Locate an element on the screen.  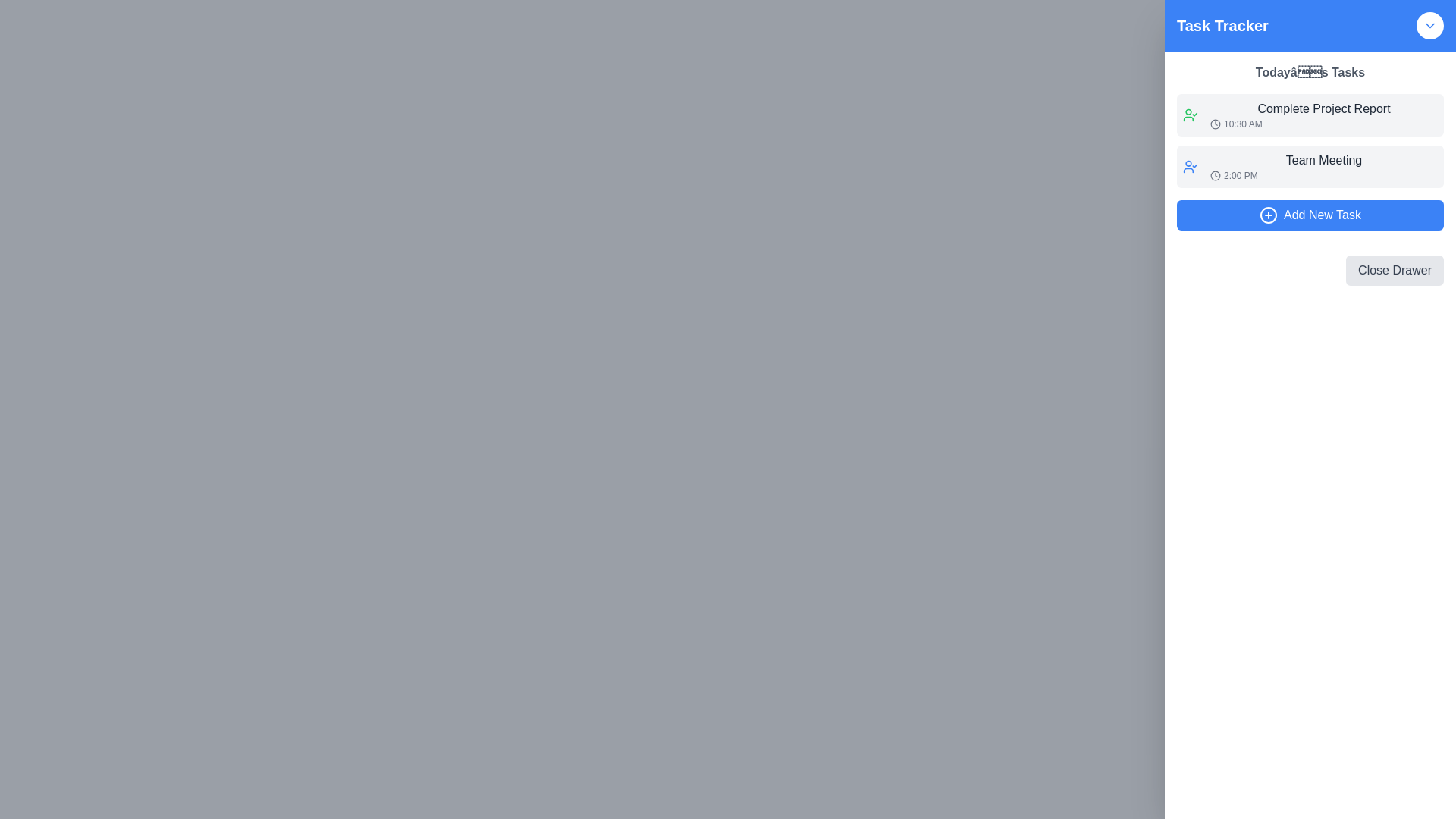
the button located at the bottom of the 'Today’s Tasks' section to trigger its hover effect is located at coordinates (1310, 215).